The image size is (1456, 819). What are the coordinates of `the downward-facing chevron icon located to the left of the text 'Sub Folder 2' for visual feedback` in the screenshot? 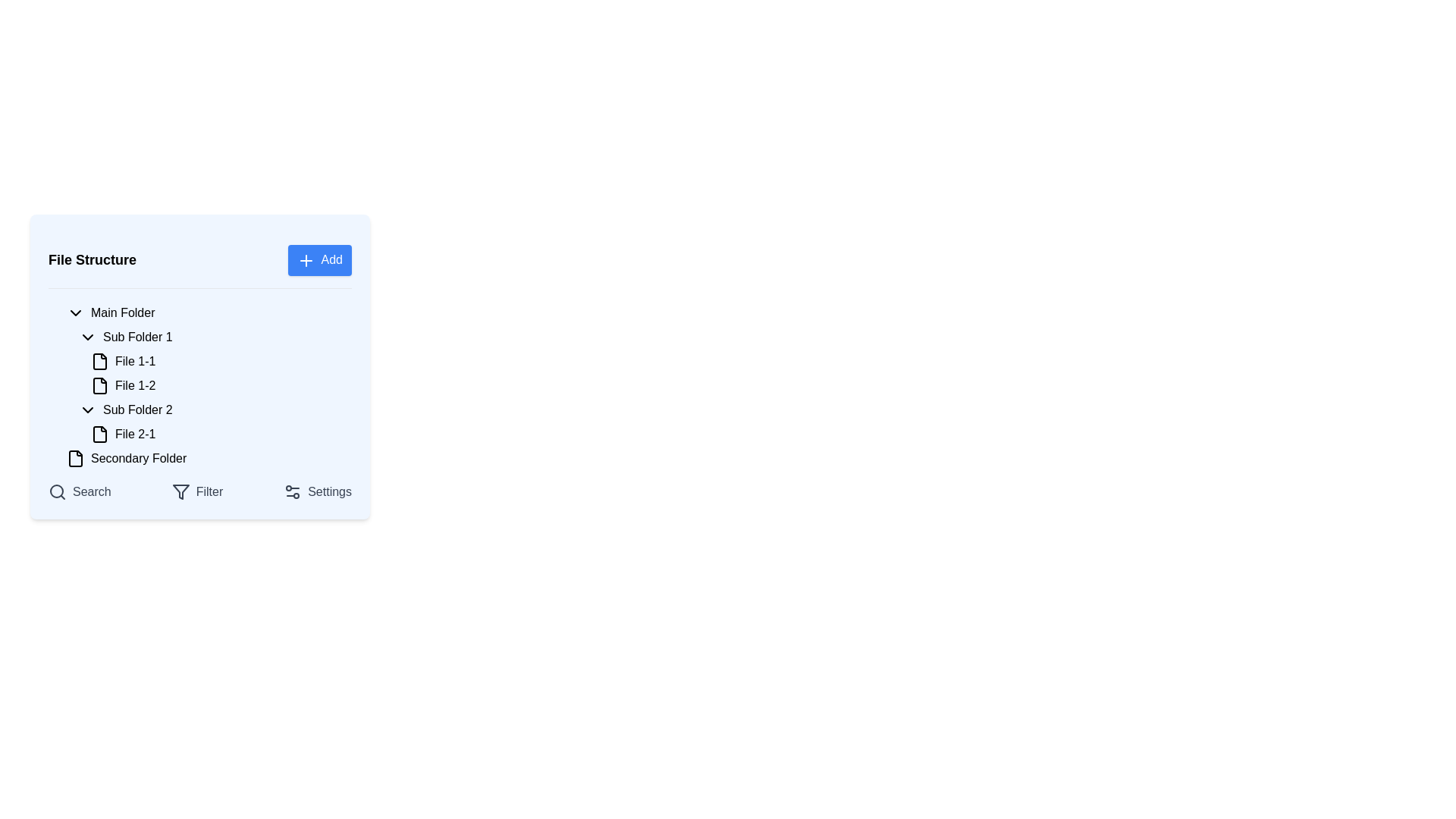 It's located at (86, 409).